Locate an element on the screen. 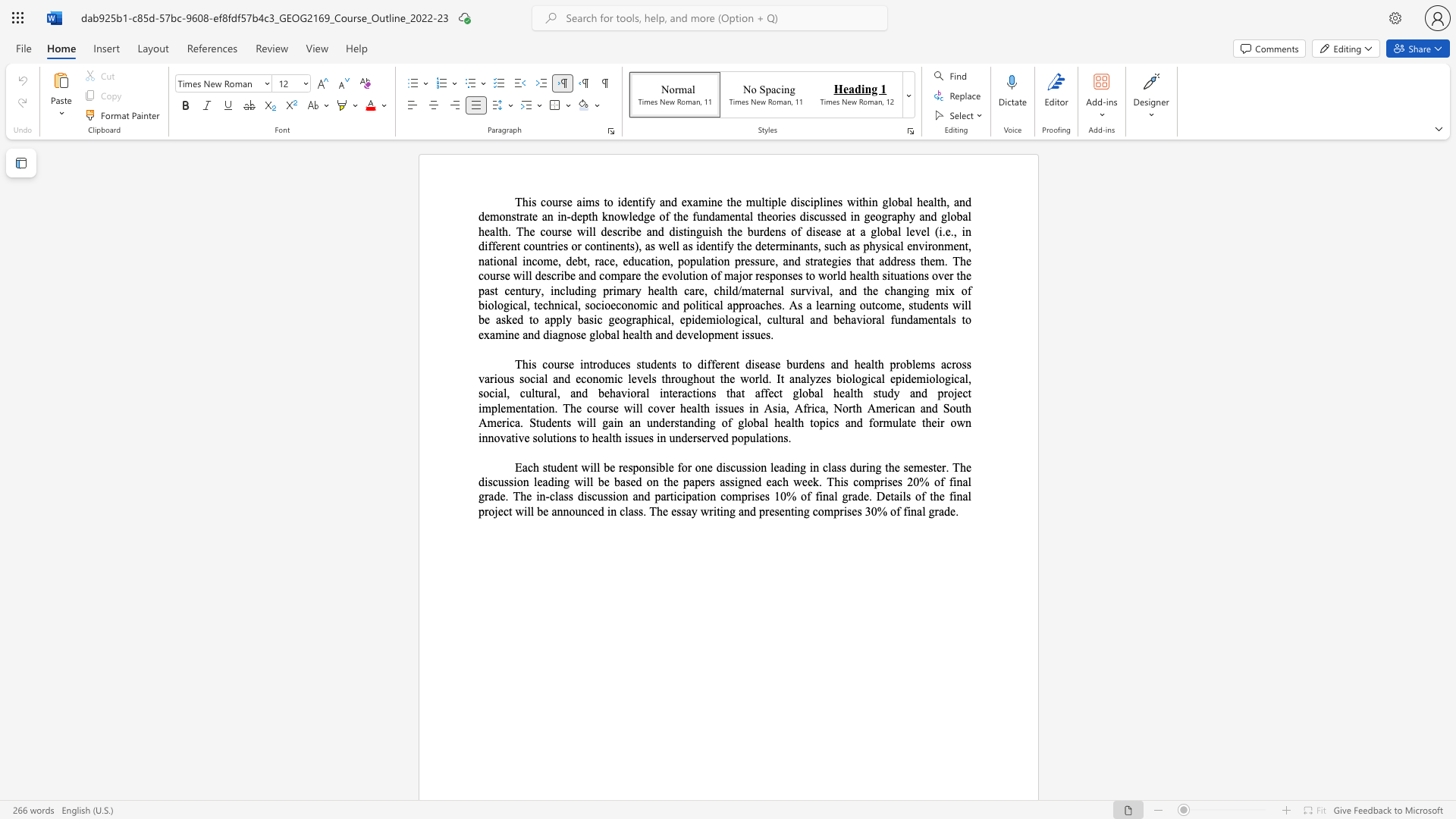 This screenshot has height=819, width=1456. the 5th character "a" in the text is located at coordinates (930, 201).